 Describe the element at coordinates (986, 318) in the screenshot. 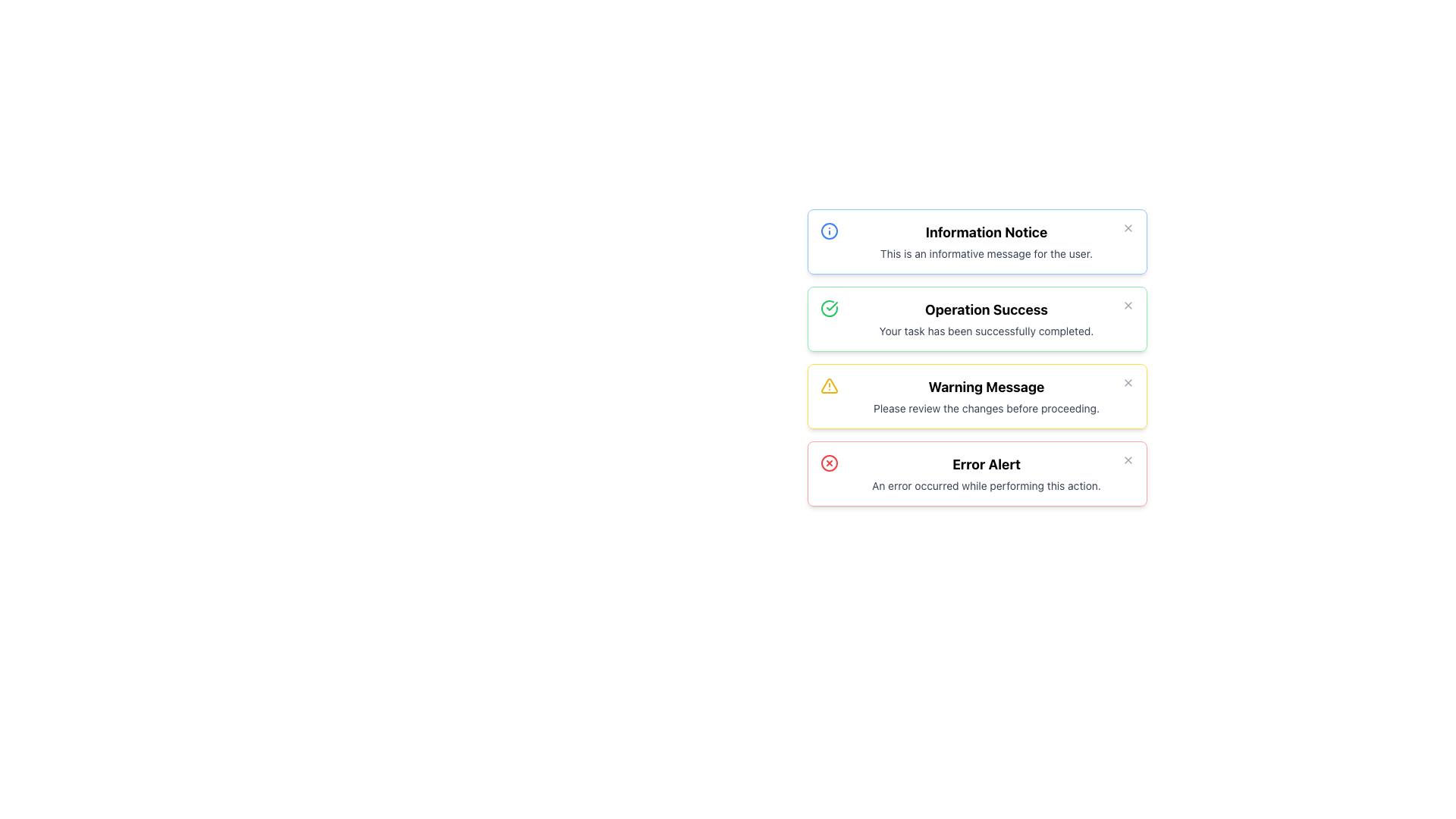

I see `the 'Operation Success' text block notification that displays a success message in bold at the top and a smaller message below, located in the second notification panel` at that location.